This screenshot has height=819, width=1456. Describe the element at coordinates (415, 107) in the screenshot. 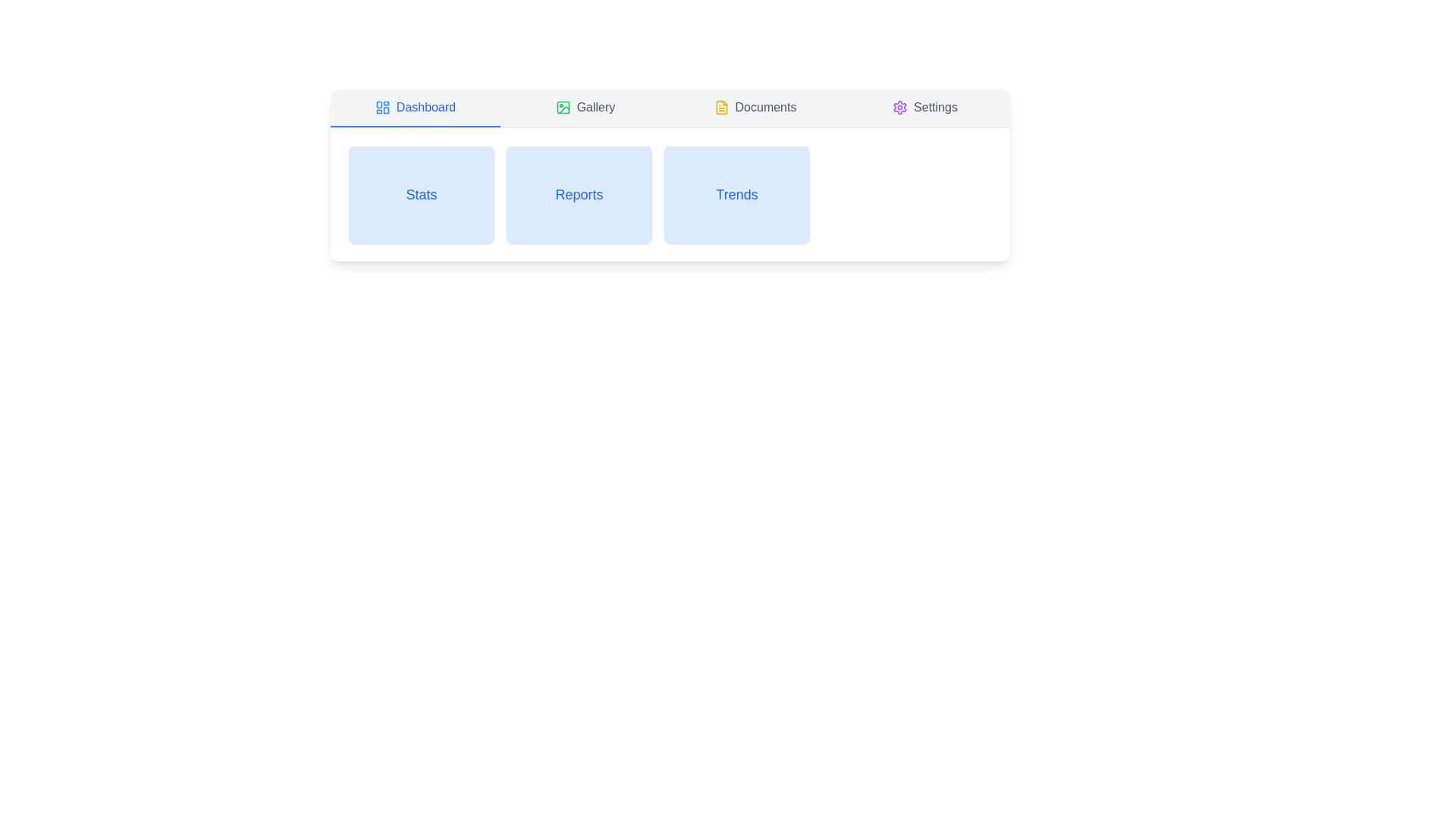

I see `the 'Dashboard' button located at the first position in the navigation bar, which features a blue grid icon on a white background` at that location.